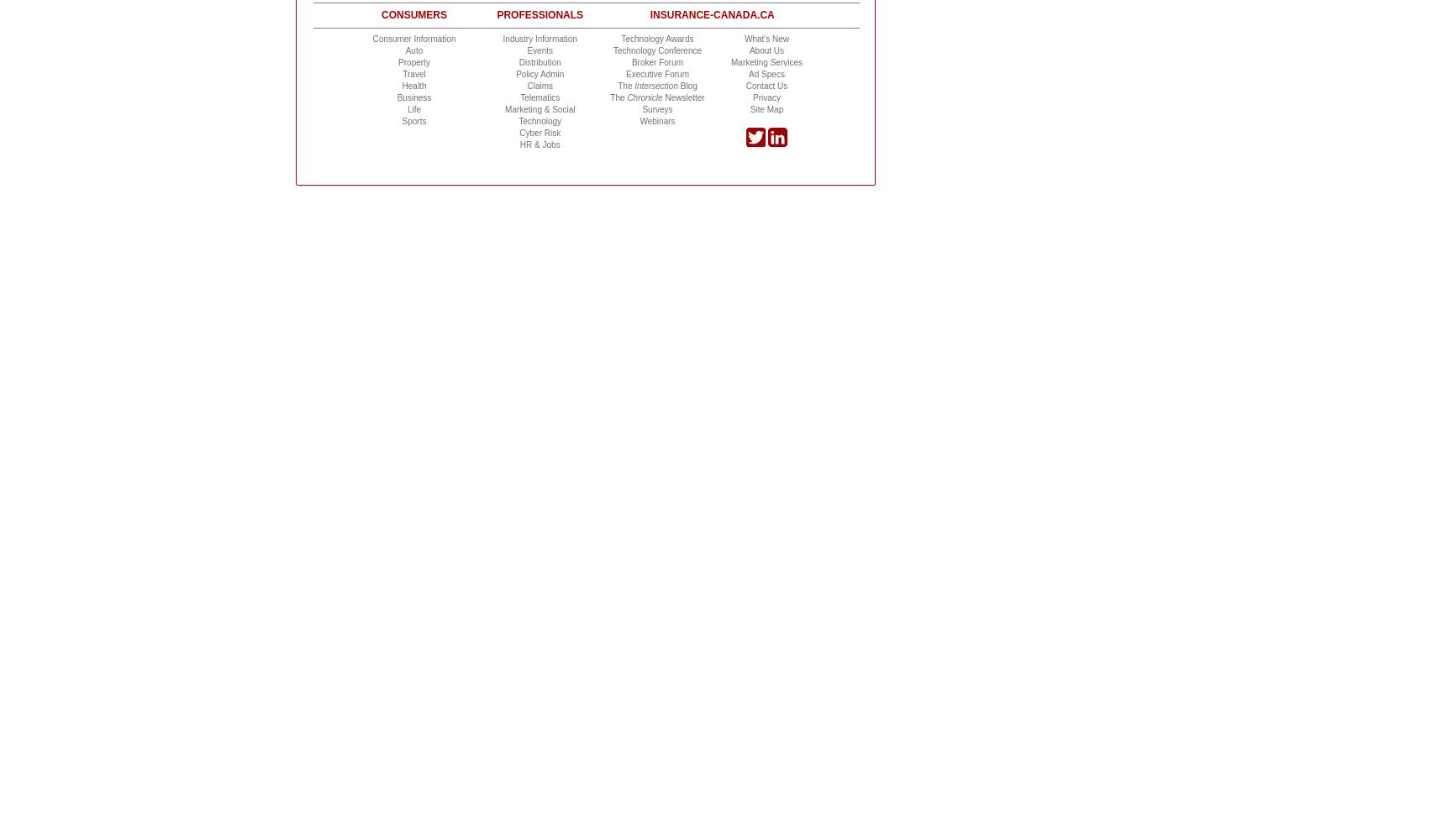 This screenshot has width=1432, height=840. What do you see at coordinates (655, 84) in the screenshot?
I see `'Intersection'` at bounding box center [655, 84].